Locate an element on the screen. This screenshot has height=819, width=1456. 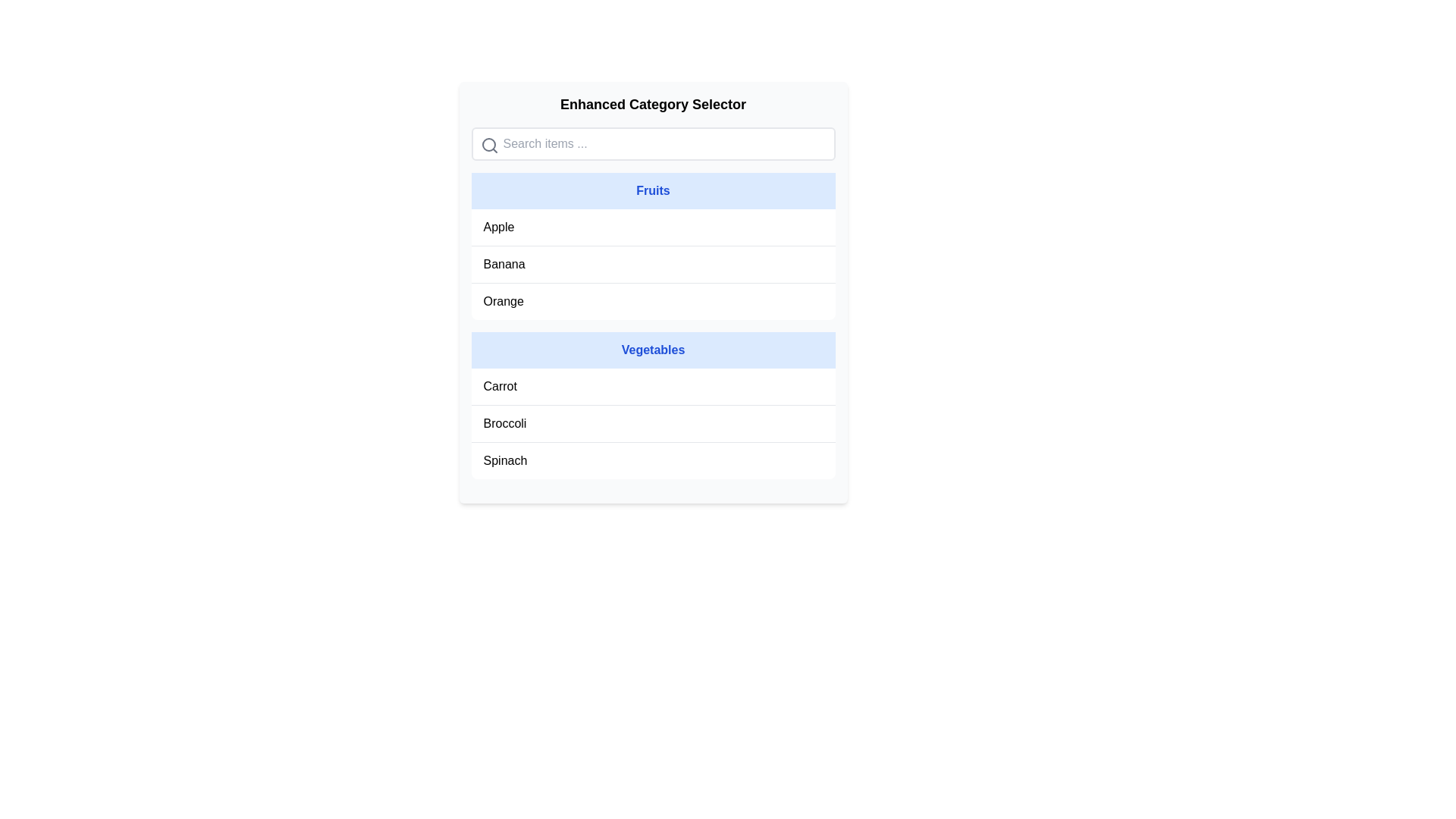
the selectable option labeled 'Banana' which is the second item in the 'Fruits' category list is located at coordinates (653, 264).